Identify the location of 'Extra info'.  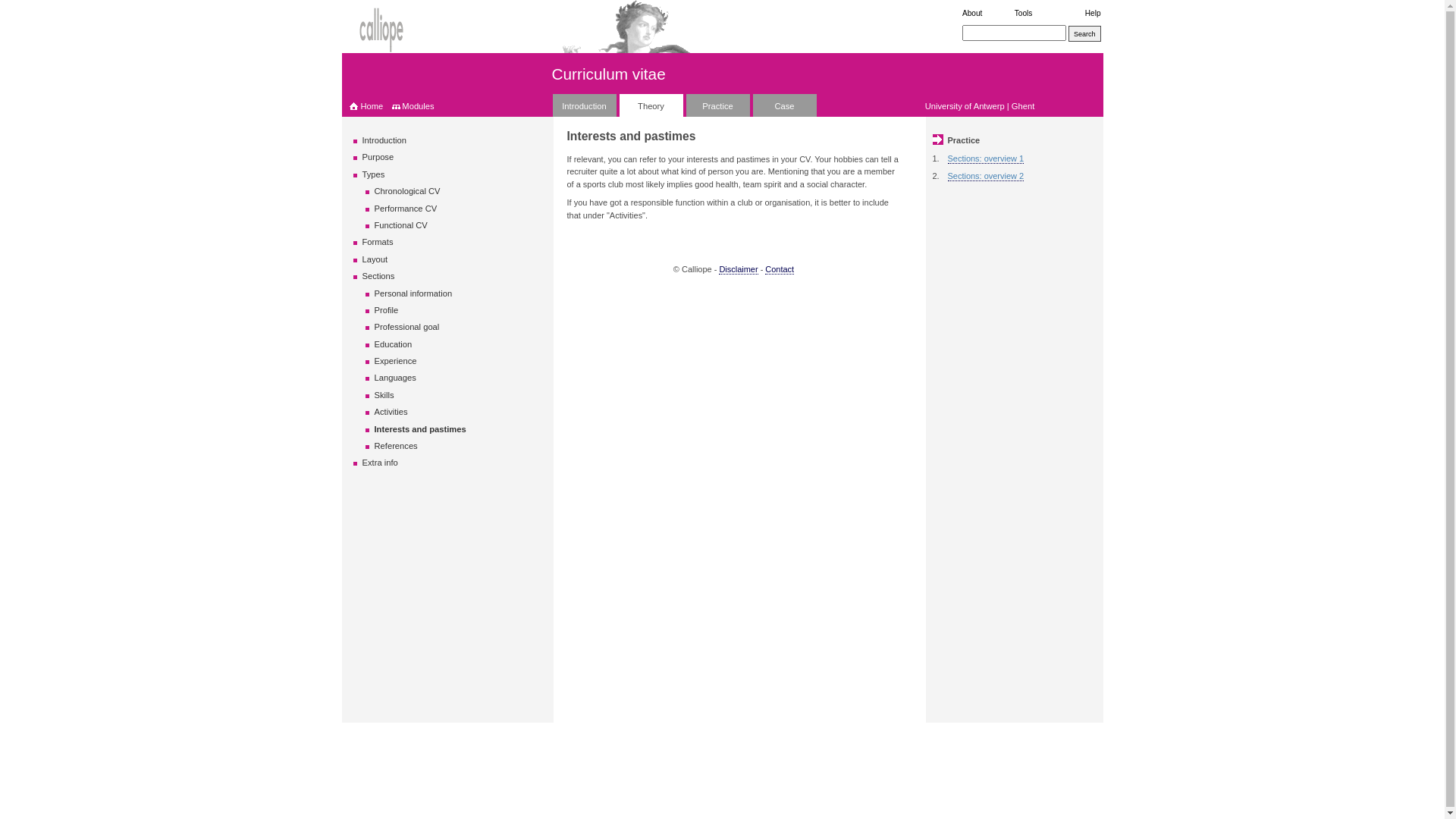
(380, 461).